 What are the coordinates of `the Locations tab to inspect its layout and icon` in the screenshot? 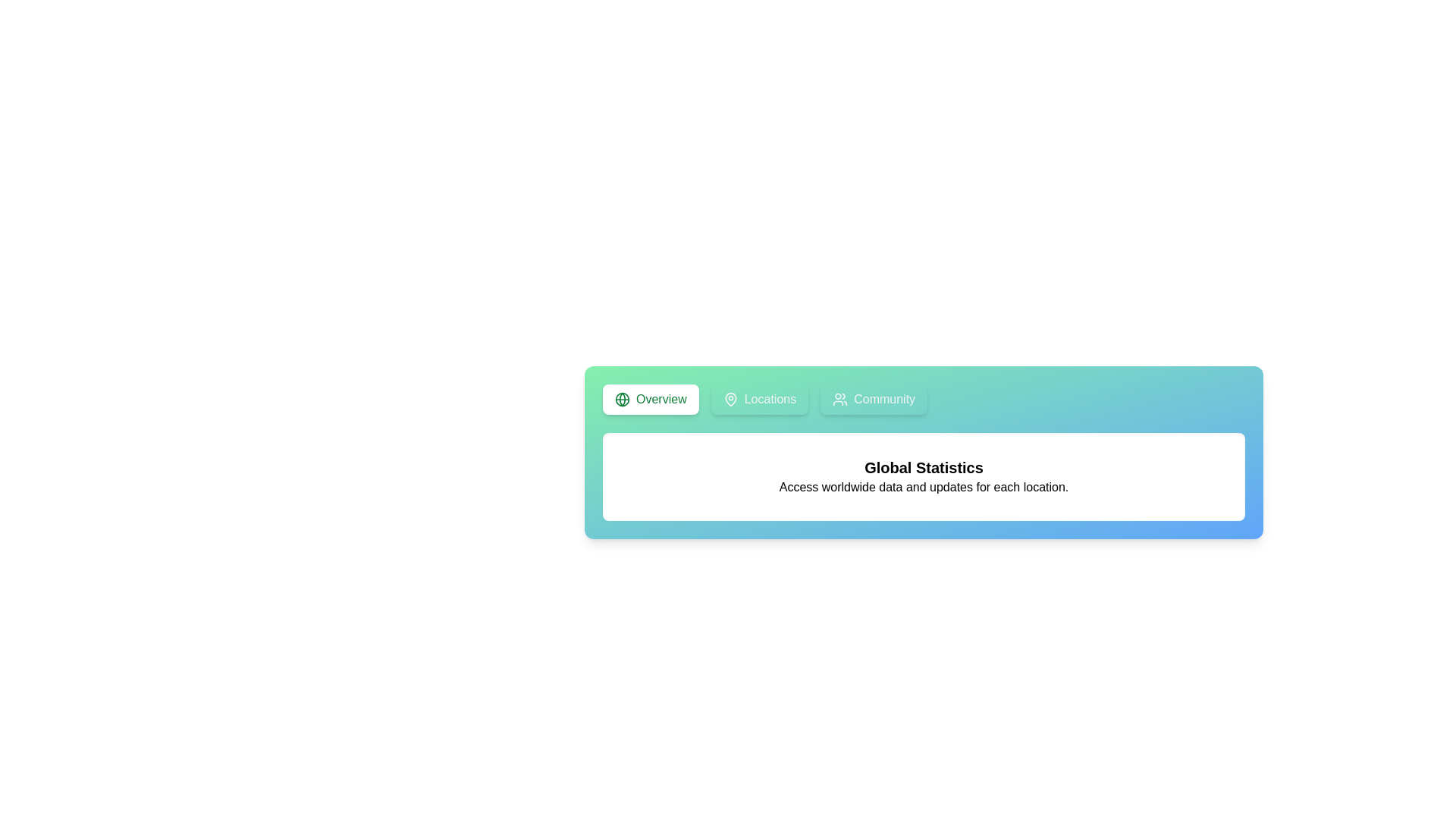 It's located at (759, 399).